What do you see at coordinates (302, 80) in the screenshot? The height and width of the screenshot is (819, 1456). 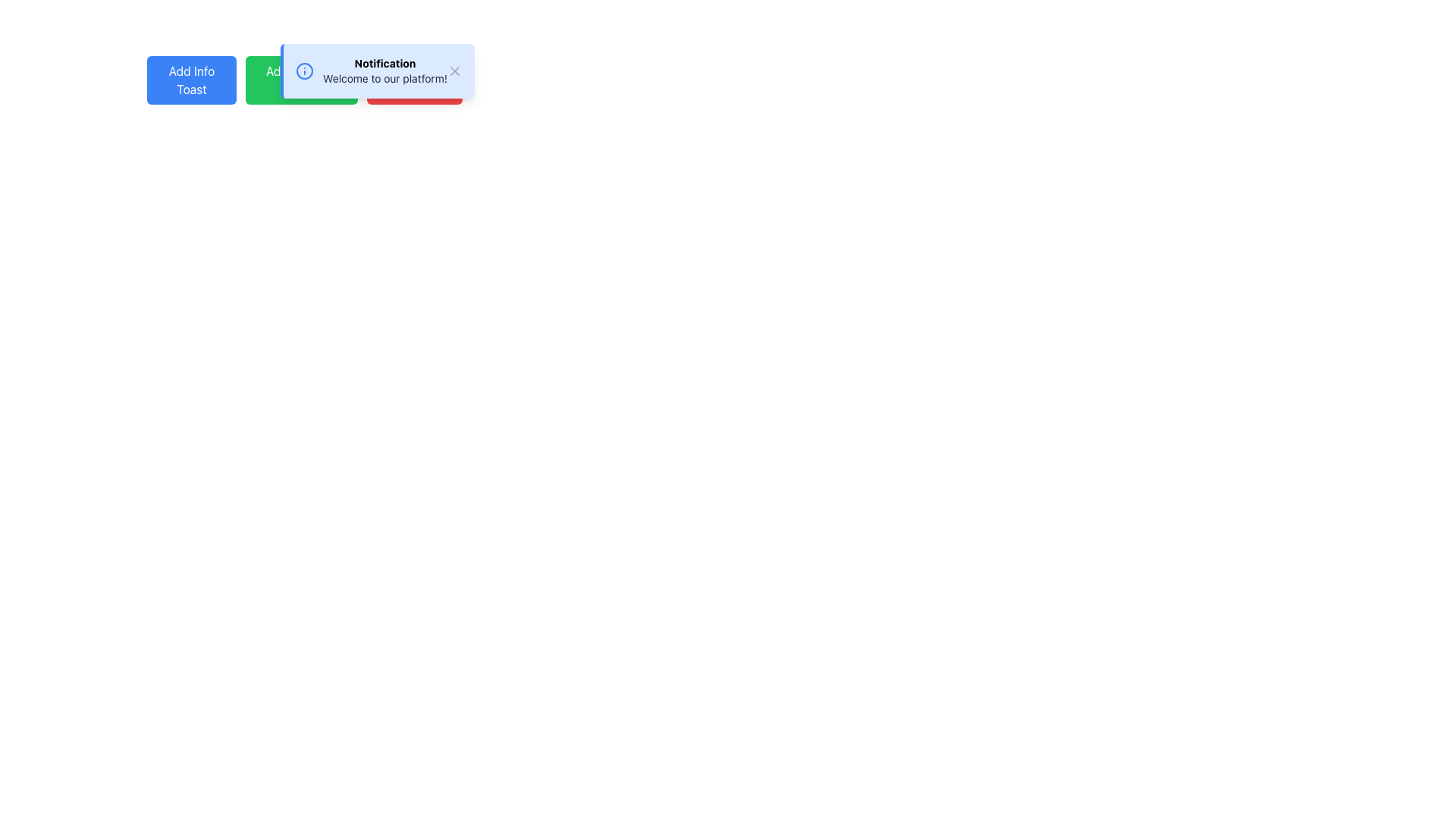 I see `the second button in a horizontal row of three buttons` at bounding box center [302, 80].